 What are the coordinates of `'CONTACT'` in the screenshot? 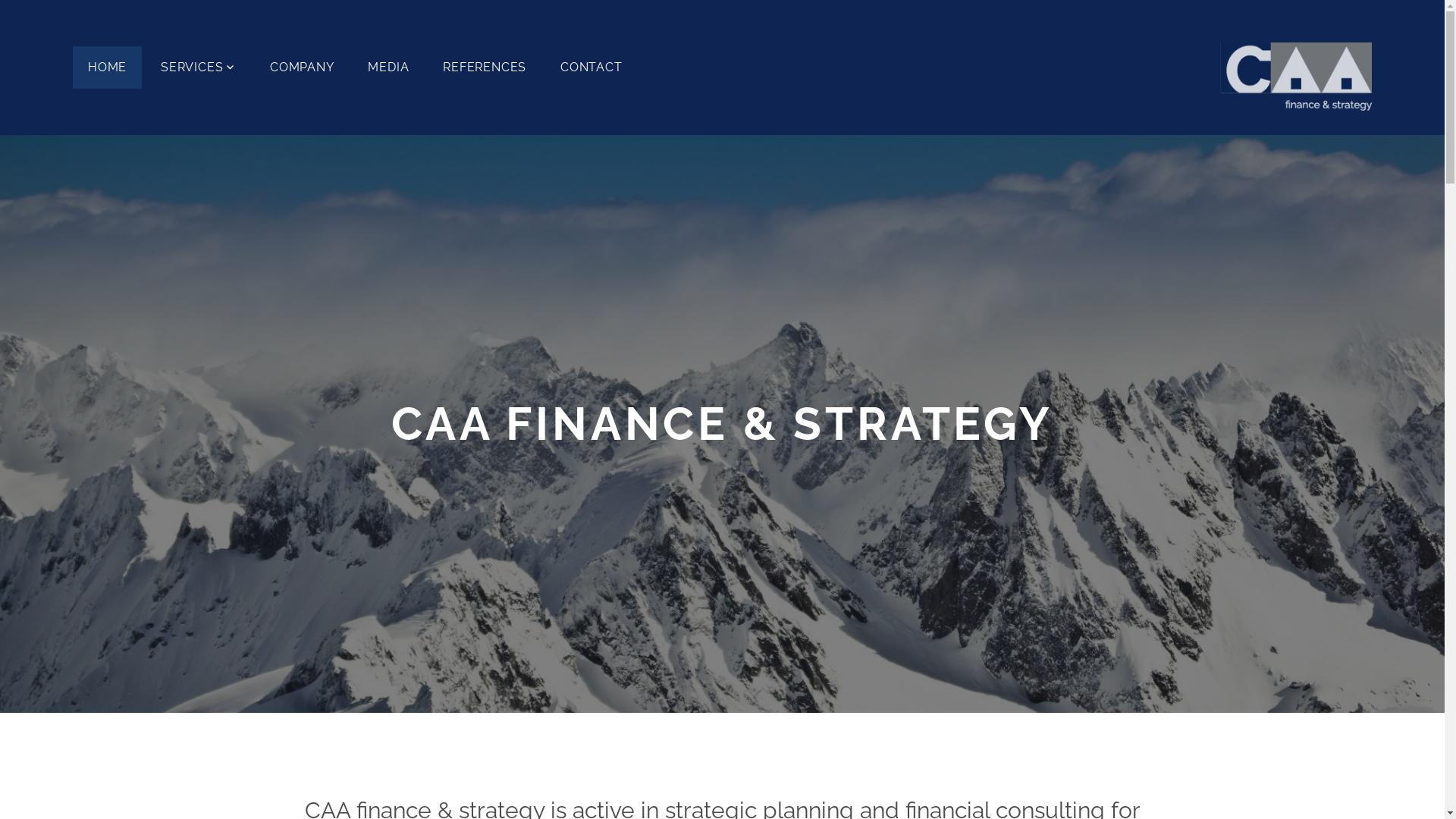 It's located at (590, 66).